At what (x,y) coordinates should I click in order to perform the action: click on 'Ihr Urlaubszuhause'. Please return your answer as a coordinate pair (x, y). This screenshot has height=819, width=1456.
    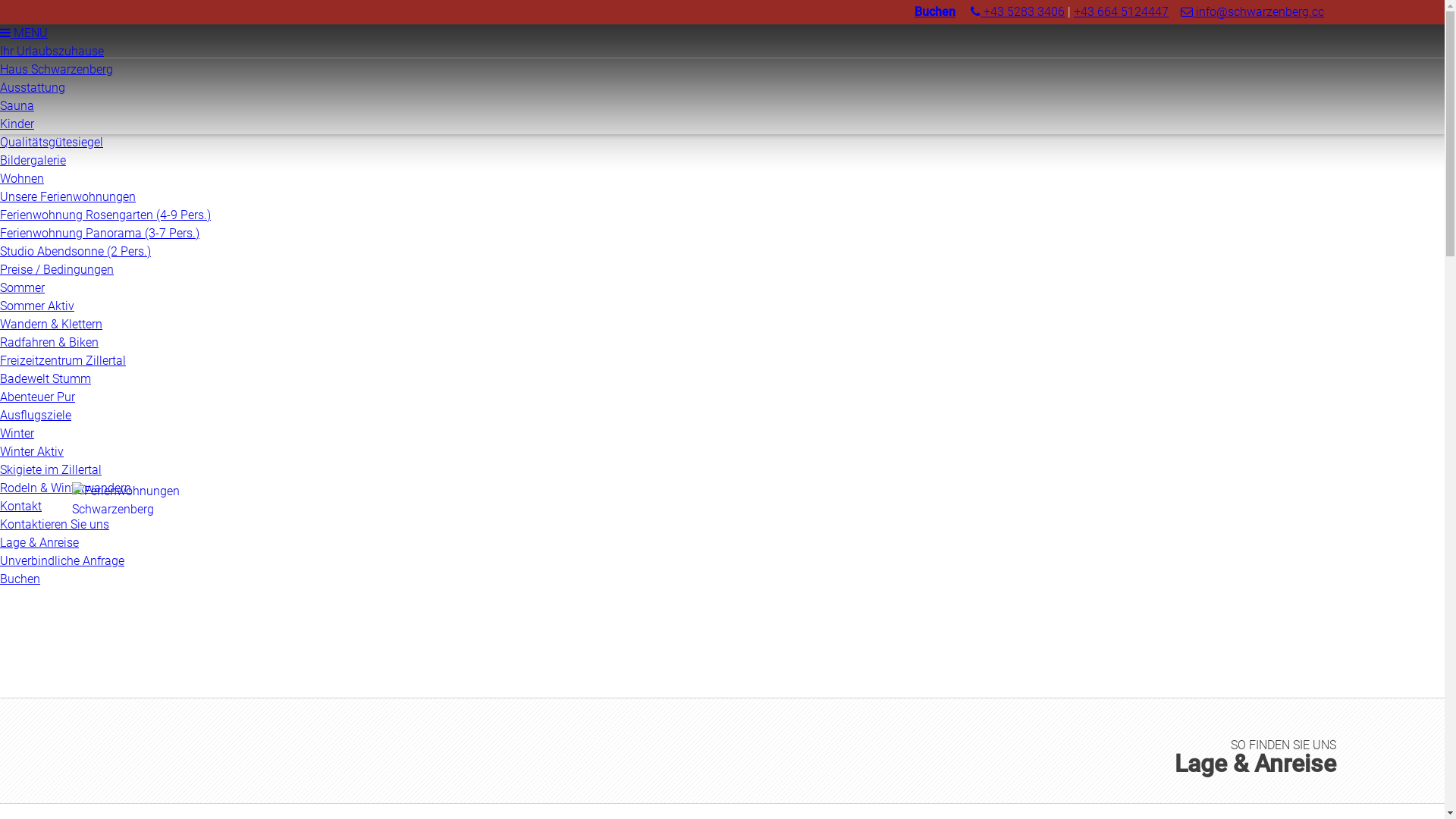
    Looking at the image, I should click on (52, 50).